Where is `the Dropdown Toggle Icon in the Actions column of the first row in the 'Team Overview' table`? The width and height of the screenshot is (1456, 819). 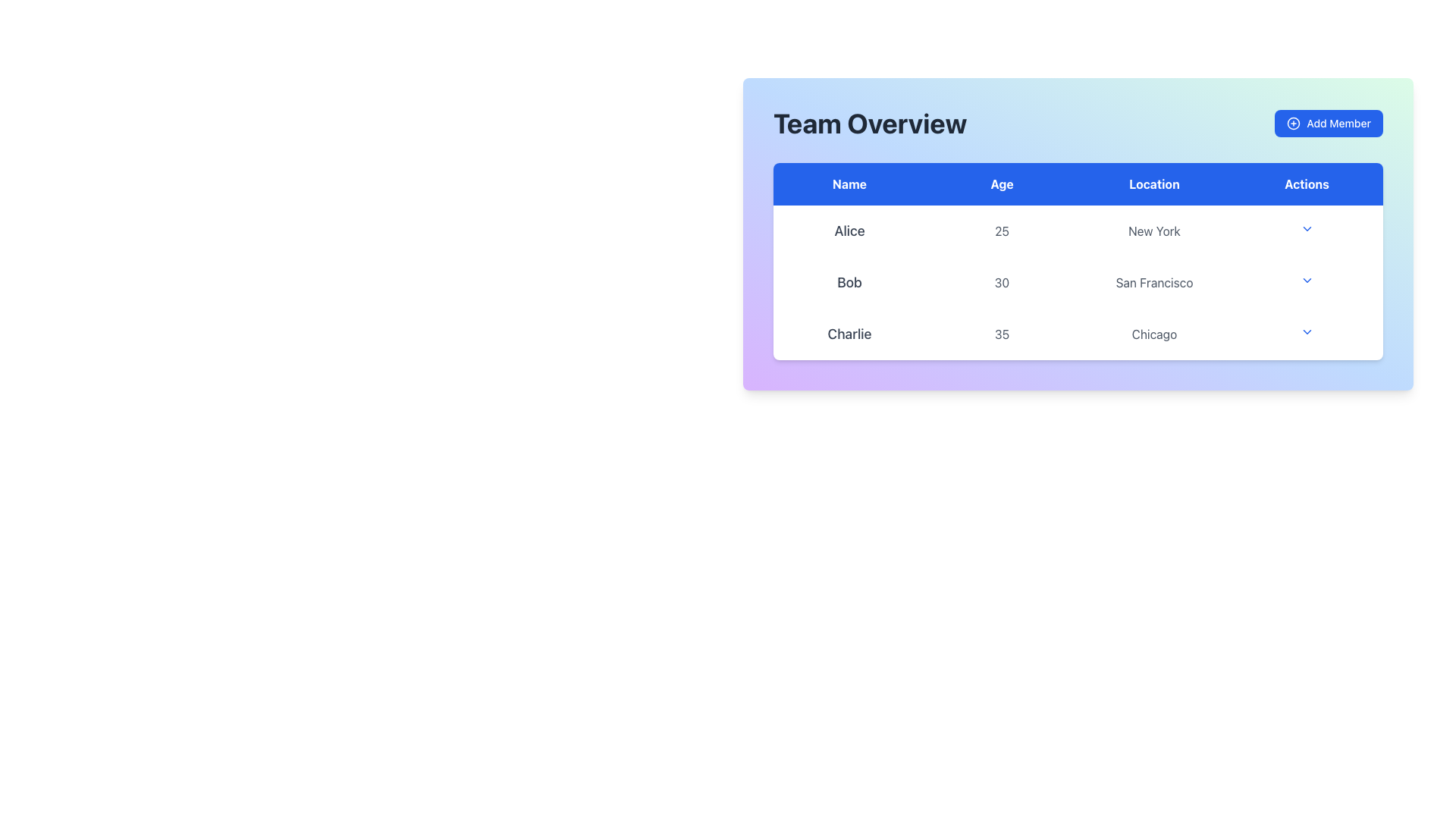
the Dropdown Toggle Icon in the Actions column of the first row in the 'Team Overview' table is located at coordinates (1306, 231).